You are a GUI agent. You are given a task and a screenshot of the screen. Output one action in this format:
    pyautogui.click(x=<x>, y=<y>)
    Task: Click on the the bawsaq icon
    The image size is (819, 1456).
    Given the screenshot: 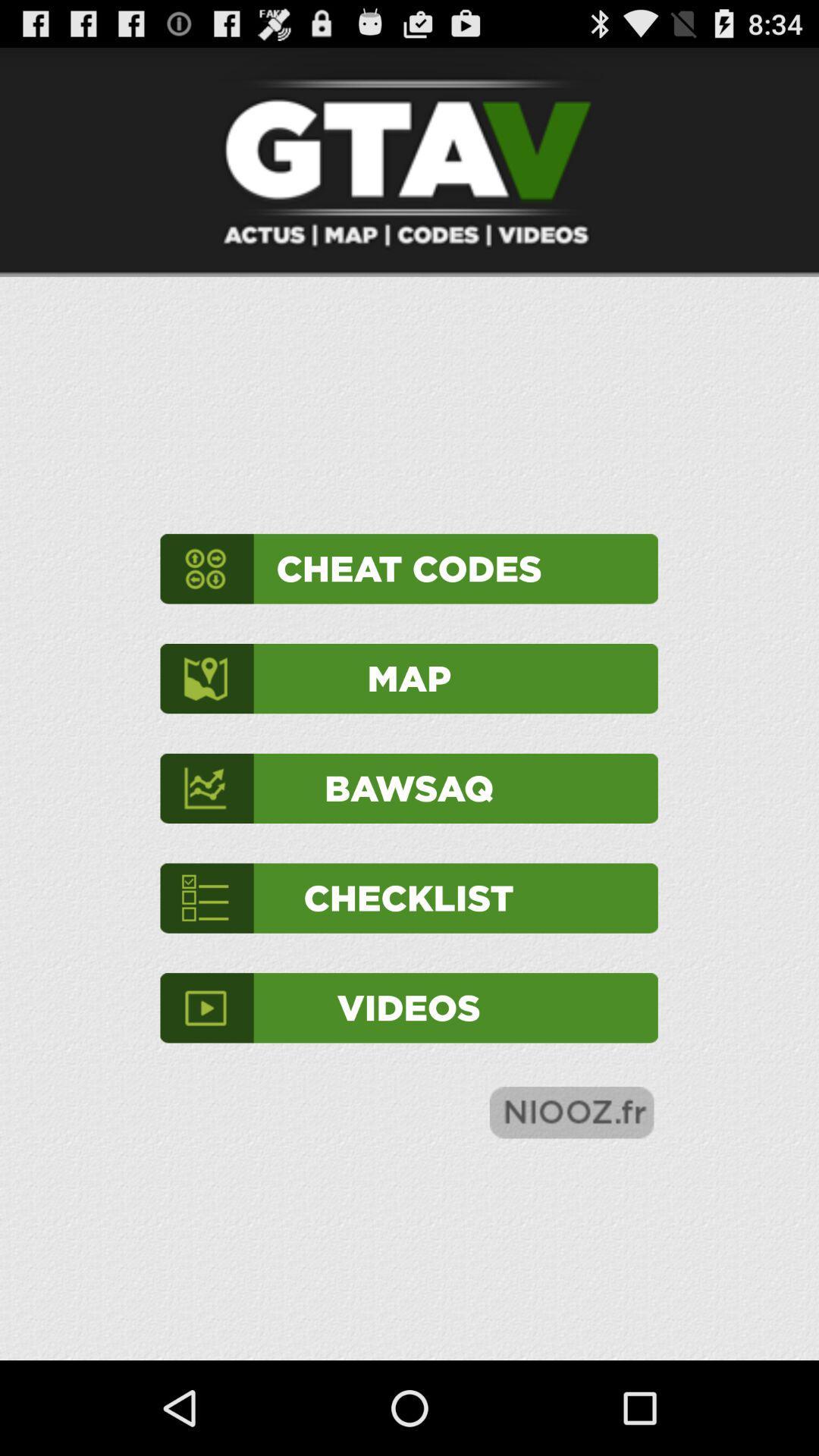 What is the action you would take?
    pyautogui.click(x=408, y=788)
    